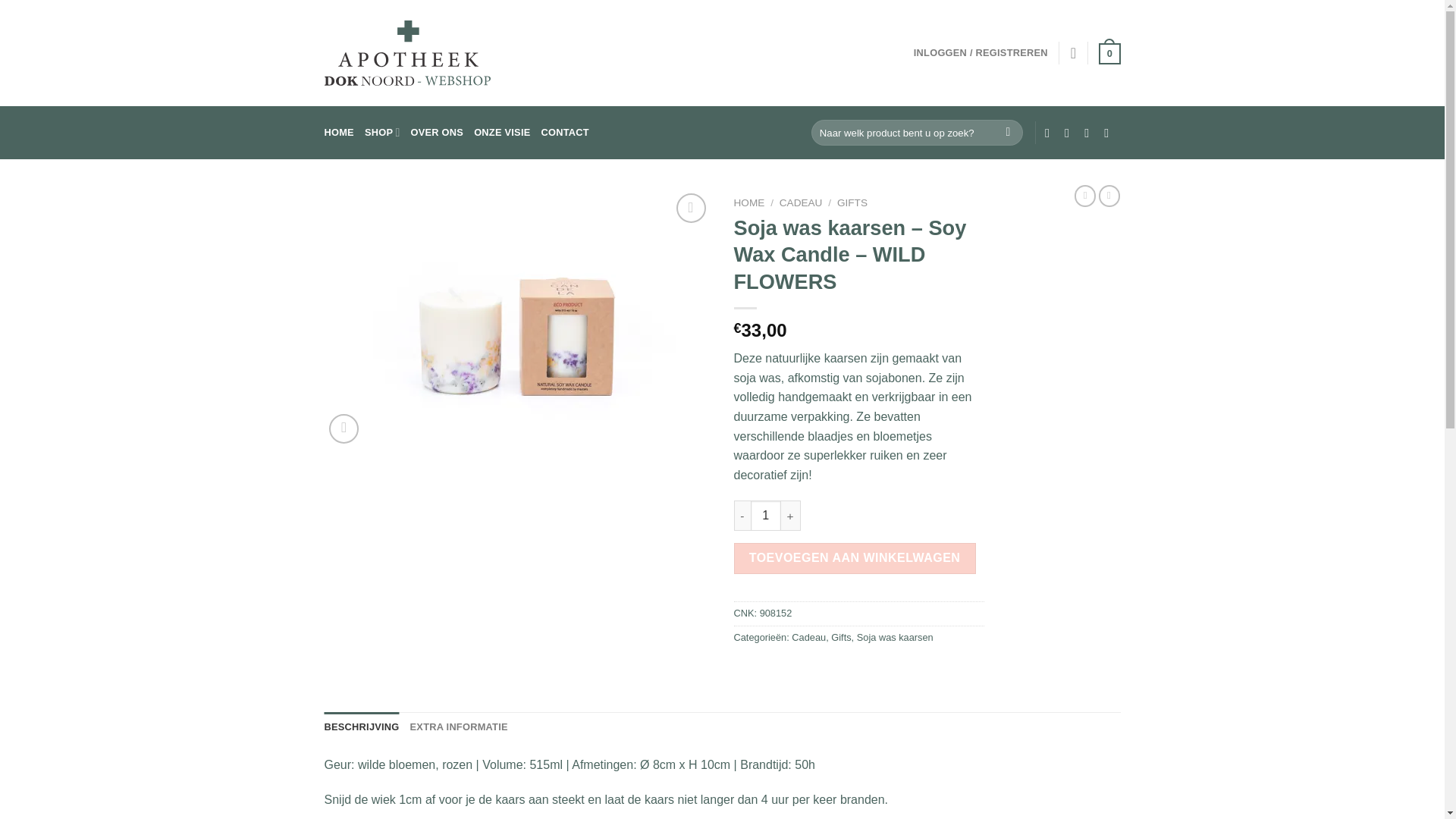 Image resolution: width=1456 pixels, height=819 pixels. Describe the element at coordinates (564, 131) in the screenshot. I see `'CONTACT'` at that location.